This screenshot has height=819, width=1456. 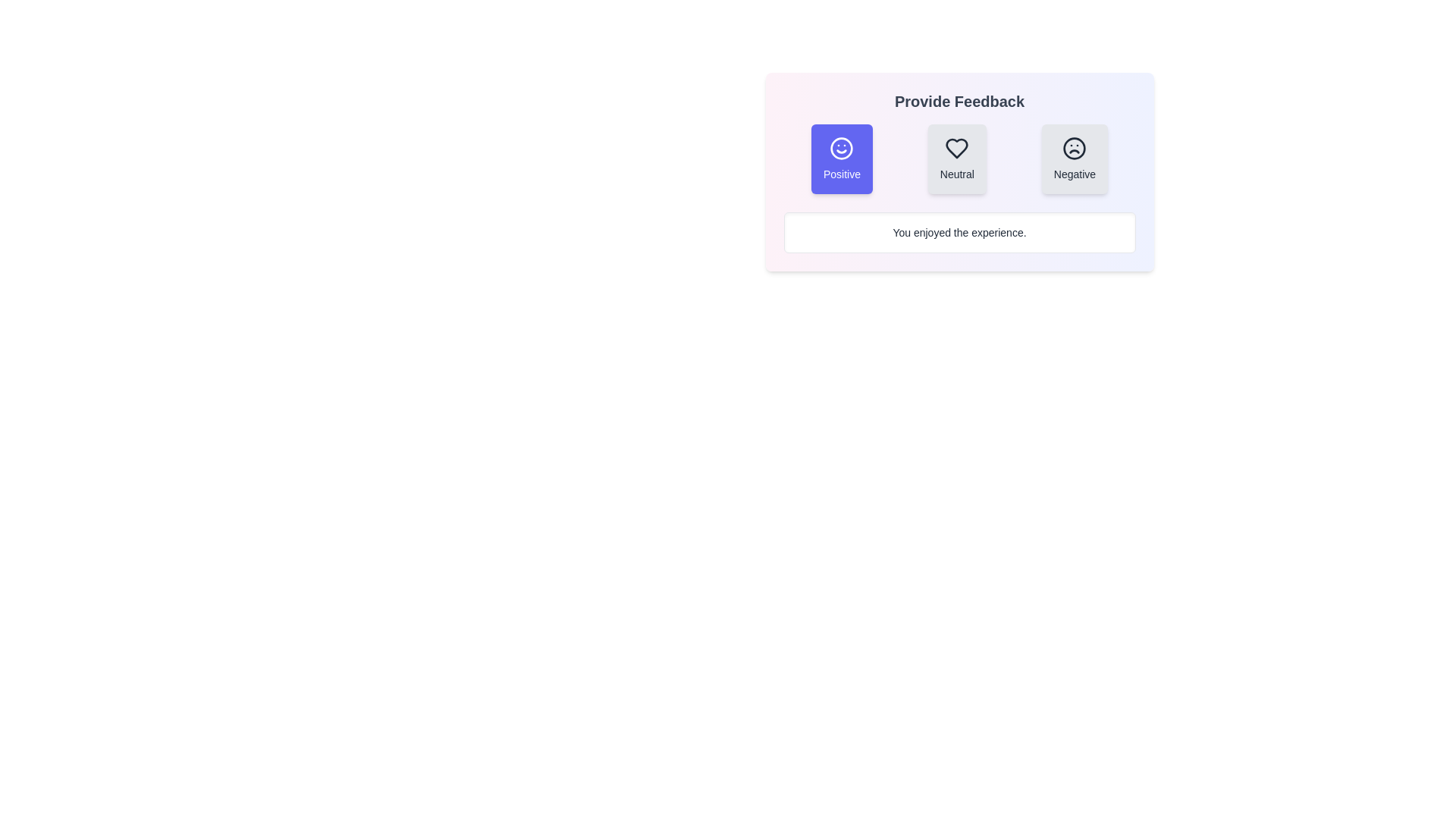 I want to click on the feedback option Neutral by clicking the corresponding button, so click(x=956, y=158).